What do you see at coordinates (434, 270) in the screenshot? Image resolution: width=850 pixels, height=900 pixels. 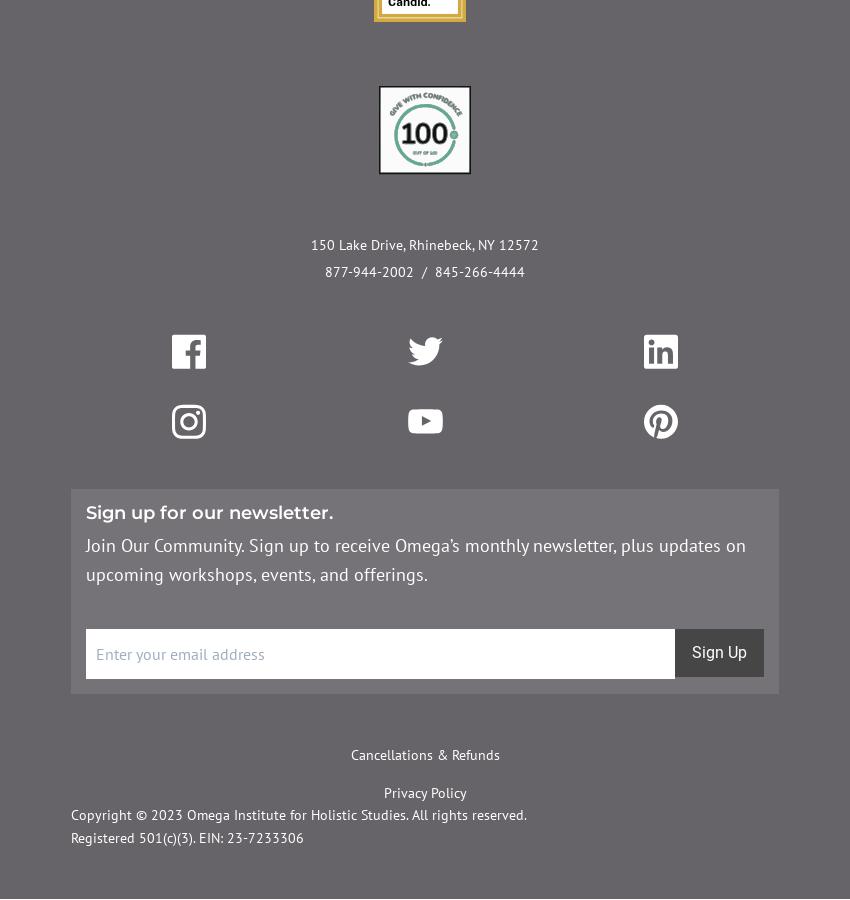 I see `'845-266-4444'` at bounding box center [434, 270].